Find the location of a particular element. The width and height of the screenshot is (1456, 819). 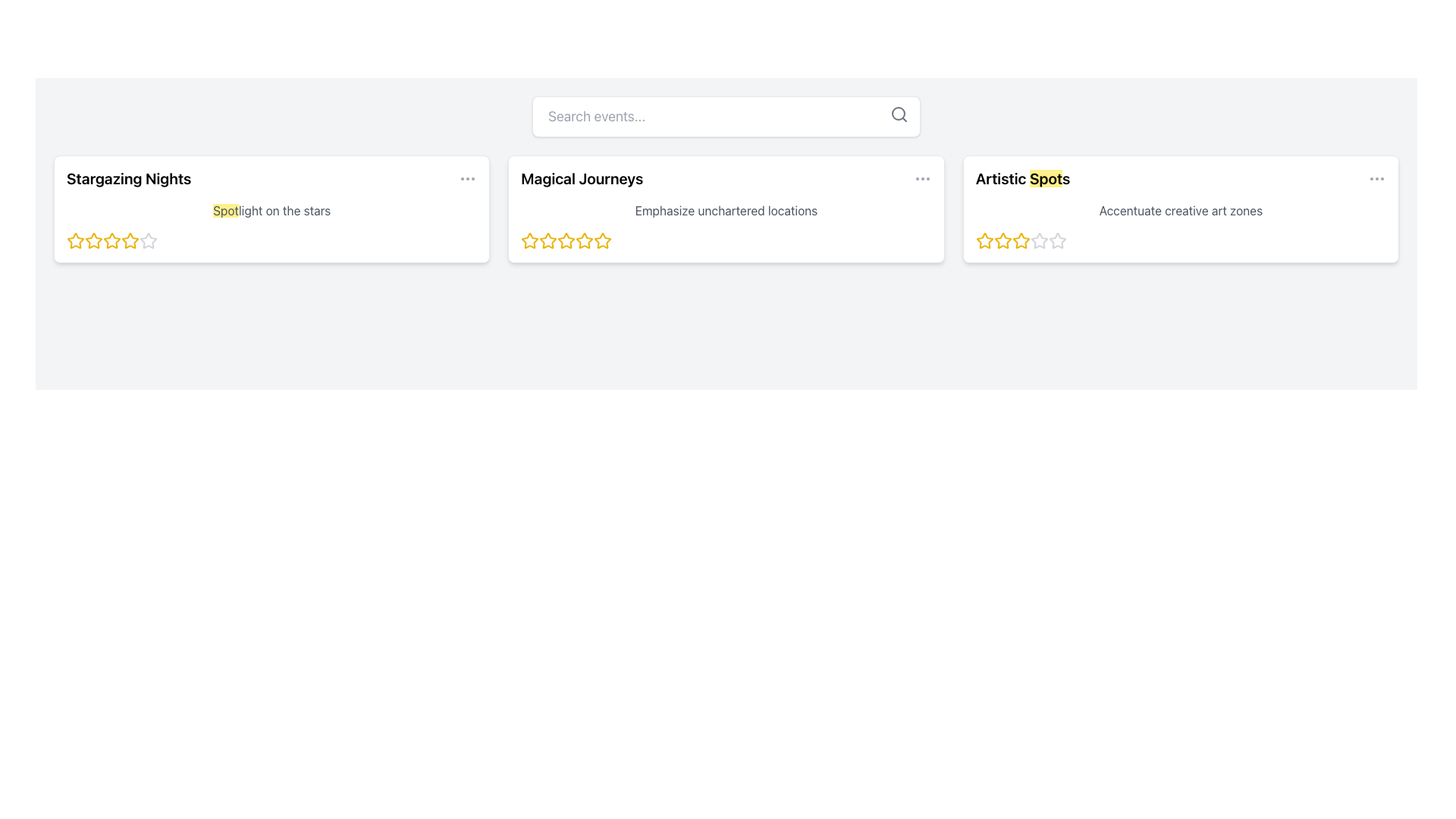

the fourth star-shaped rating icon in the rating section below 'Artistic Spots' is located at coordinates (1038, 240).